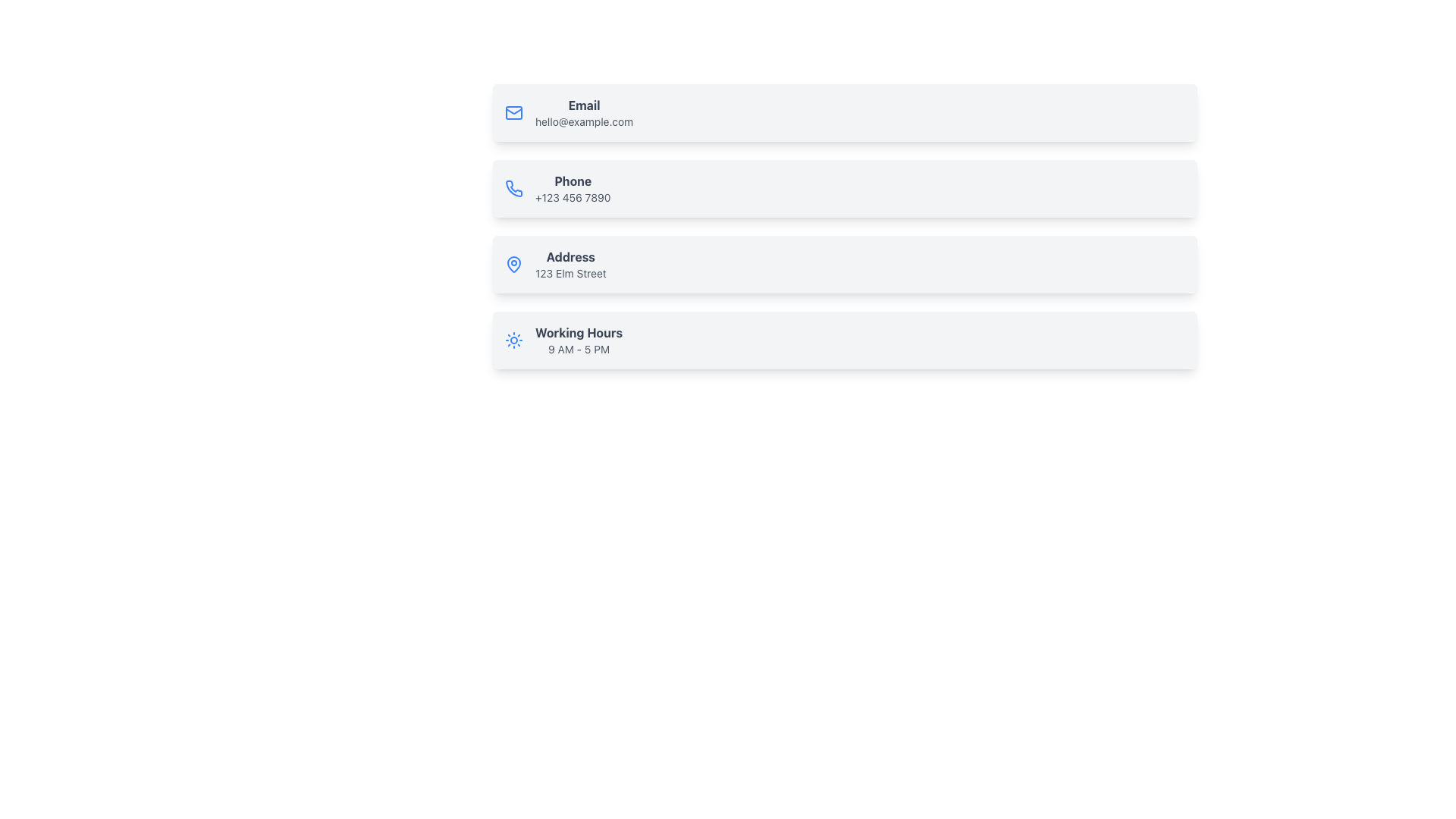 The height and width of the screenshot is (819, 1456). I want to click on the phone icon element, which is a blue outlined telephone receiver located to the left of the text 'Phone +123 456 7890', so click(513, 188).